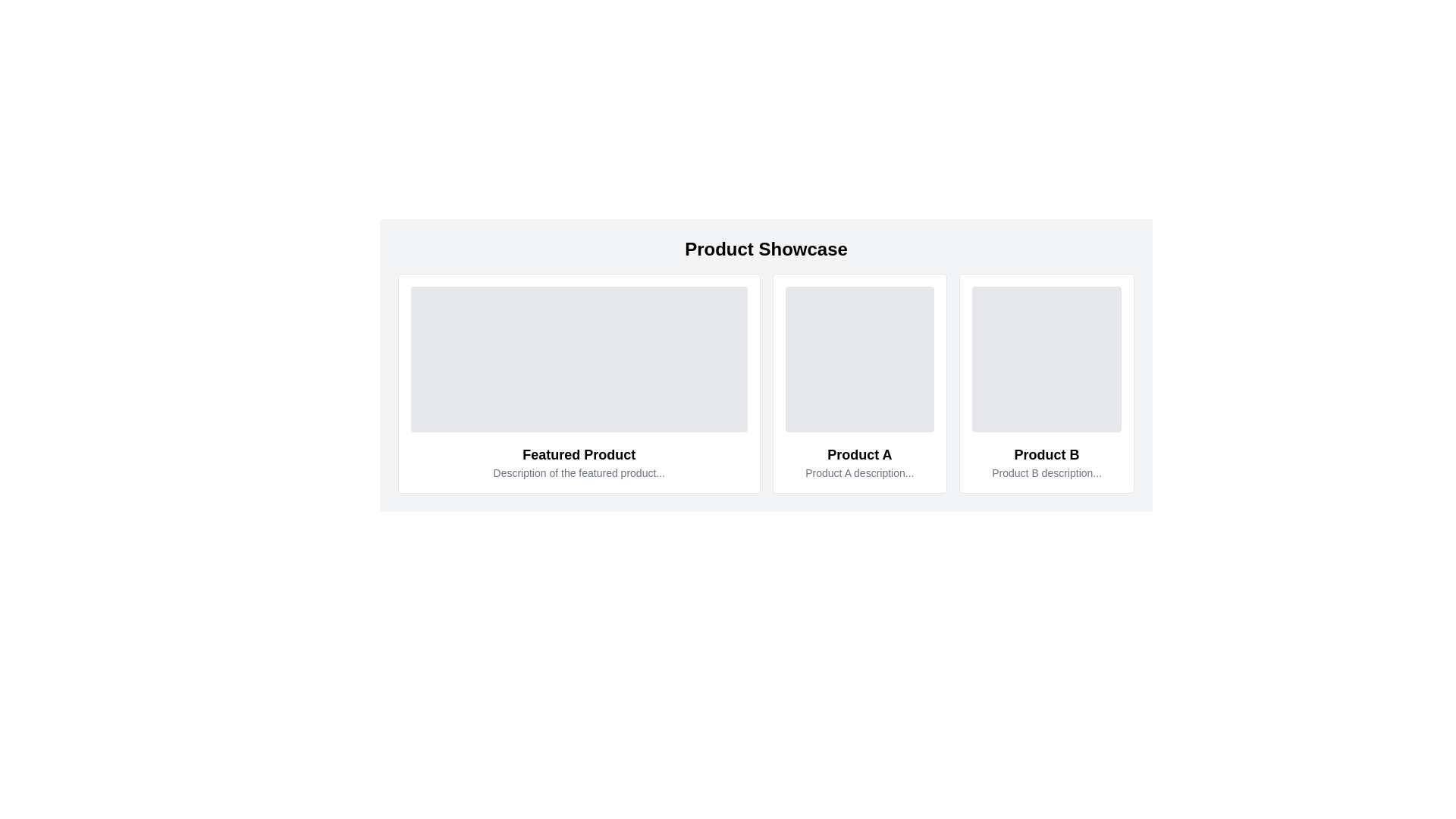  I want to click on the 'Featured Product' text label, which is styled in bold and located in the center of the leftmost product card, just above the smaller descriptive text and below the gray image placeholder, so click(578, 454).